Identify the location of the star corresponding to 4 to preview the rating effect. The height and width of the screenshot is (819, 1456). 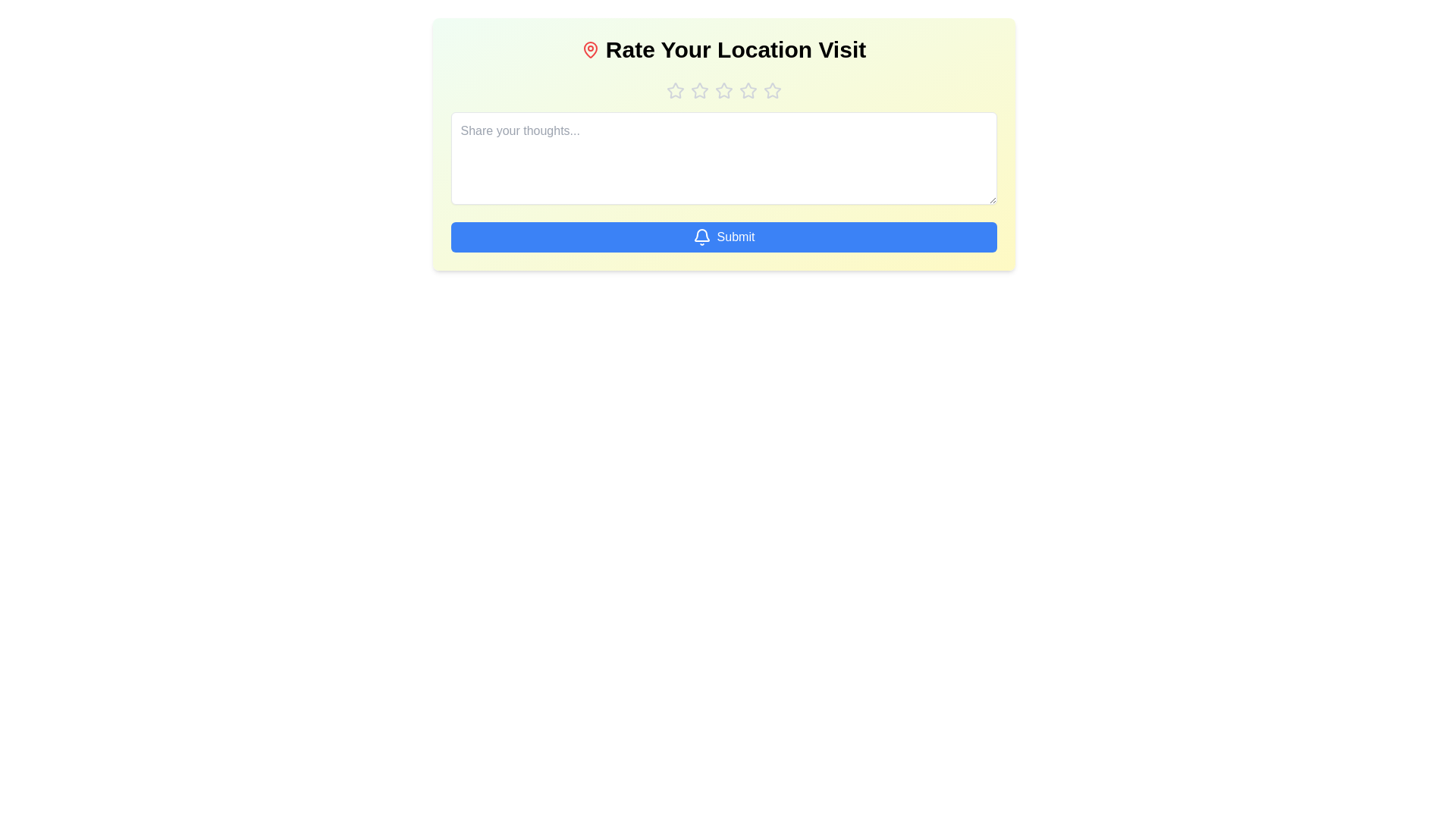
(748, 90).